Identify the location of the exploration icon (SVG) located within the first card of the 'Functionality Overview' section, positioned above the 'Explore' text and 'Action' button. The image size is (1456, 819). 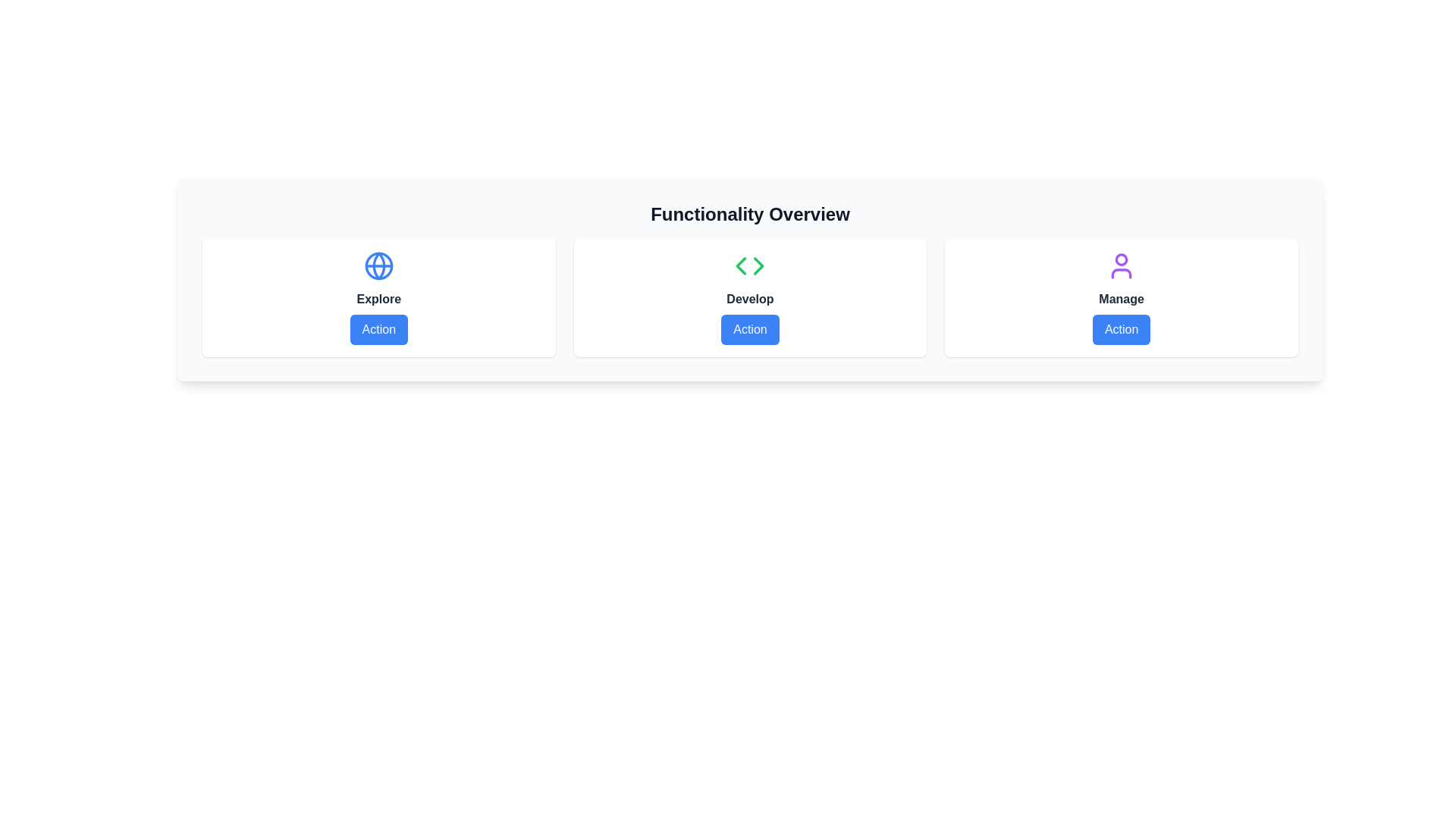
(378, 265).